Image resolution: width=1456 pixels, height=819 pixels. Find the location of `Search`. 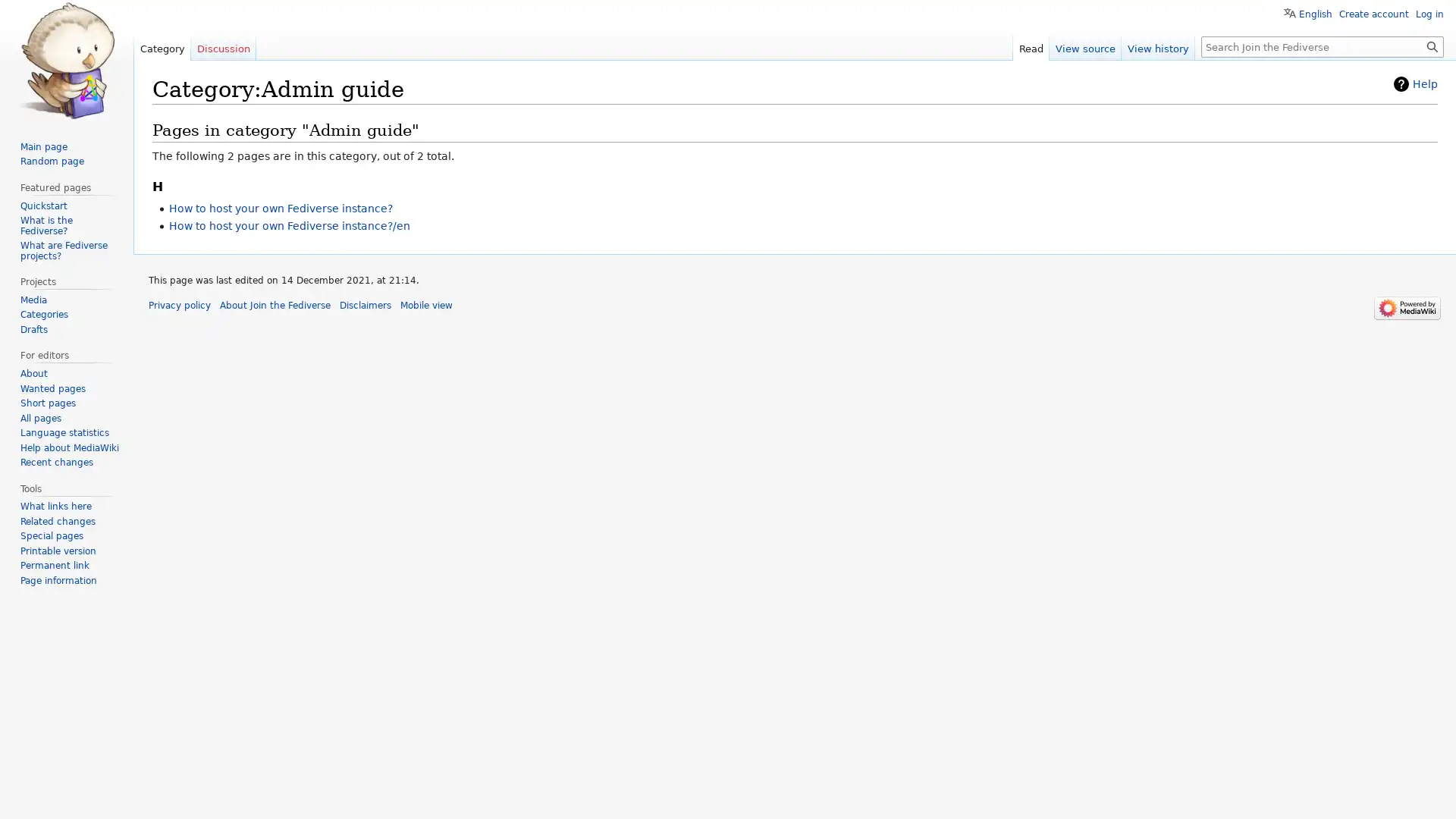

Search is located at coordinates (1432, 45).